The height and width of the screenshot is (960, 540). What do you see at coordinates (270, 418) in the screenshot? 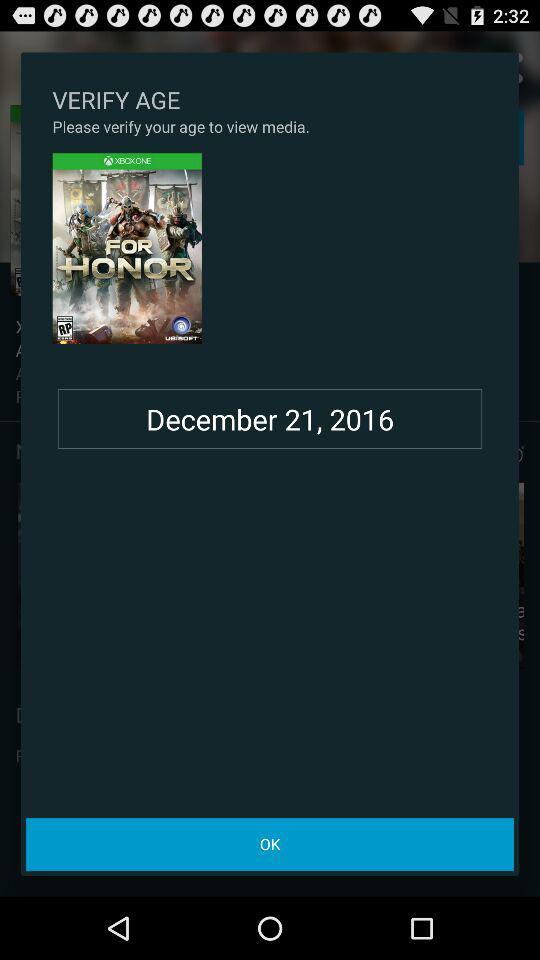
I see `the december 21, 2016 at the center` at bounding box center [270, 418].